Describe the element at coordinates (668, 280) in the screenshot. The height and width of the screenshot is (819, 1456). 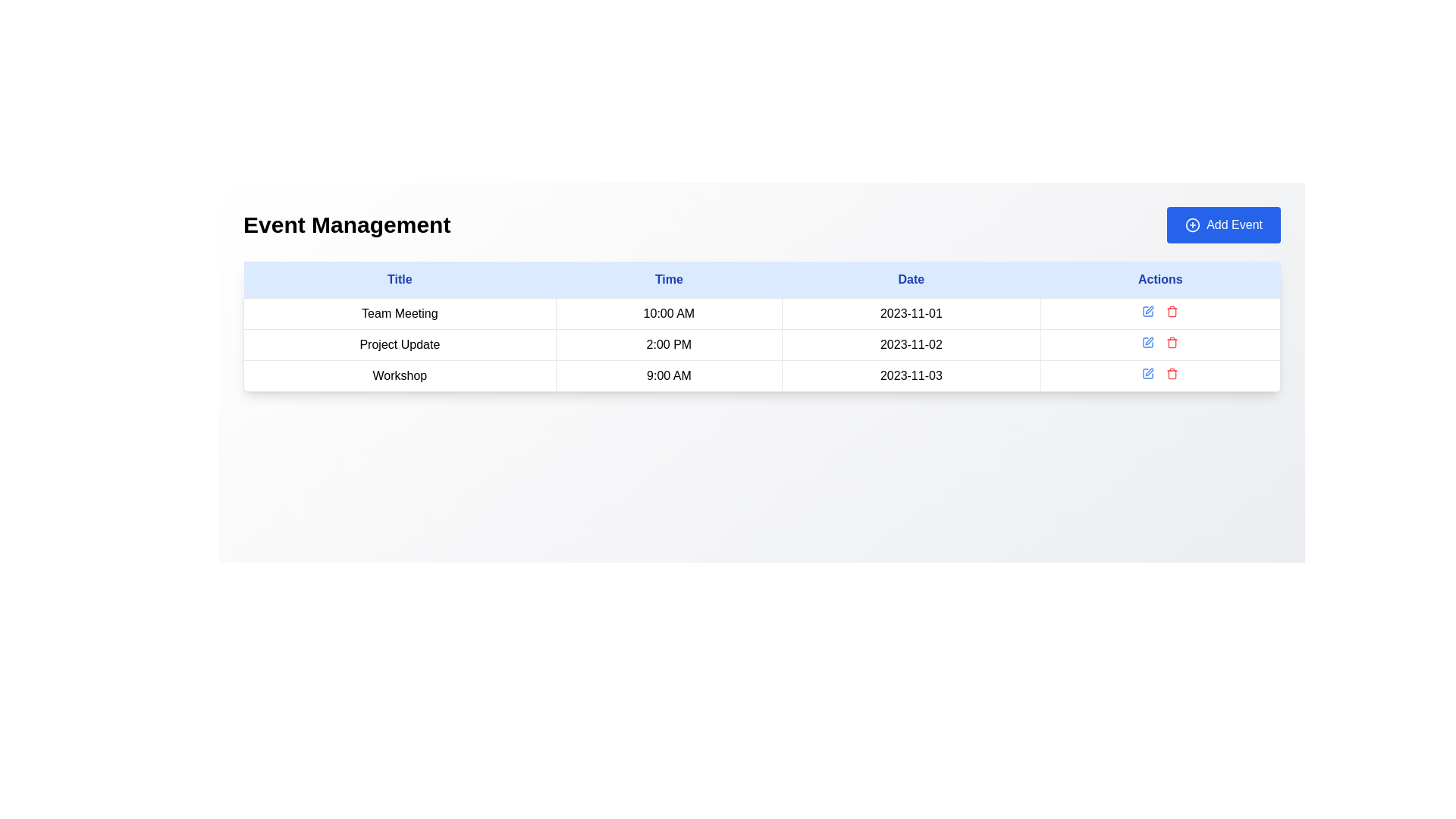
I see `properties of the 'Time' header text label, which is the second header in a table row, located between 'Title' and 'Date'` at that location.